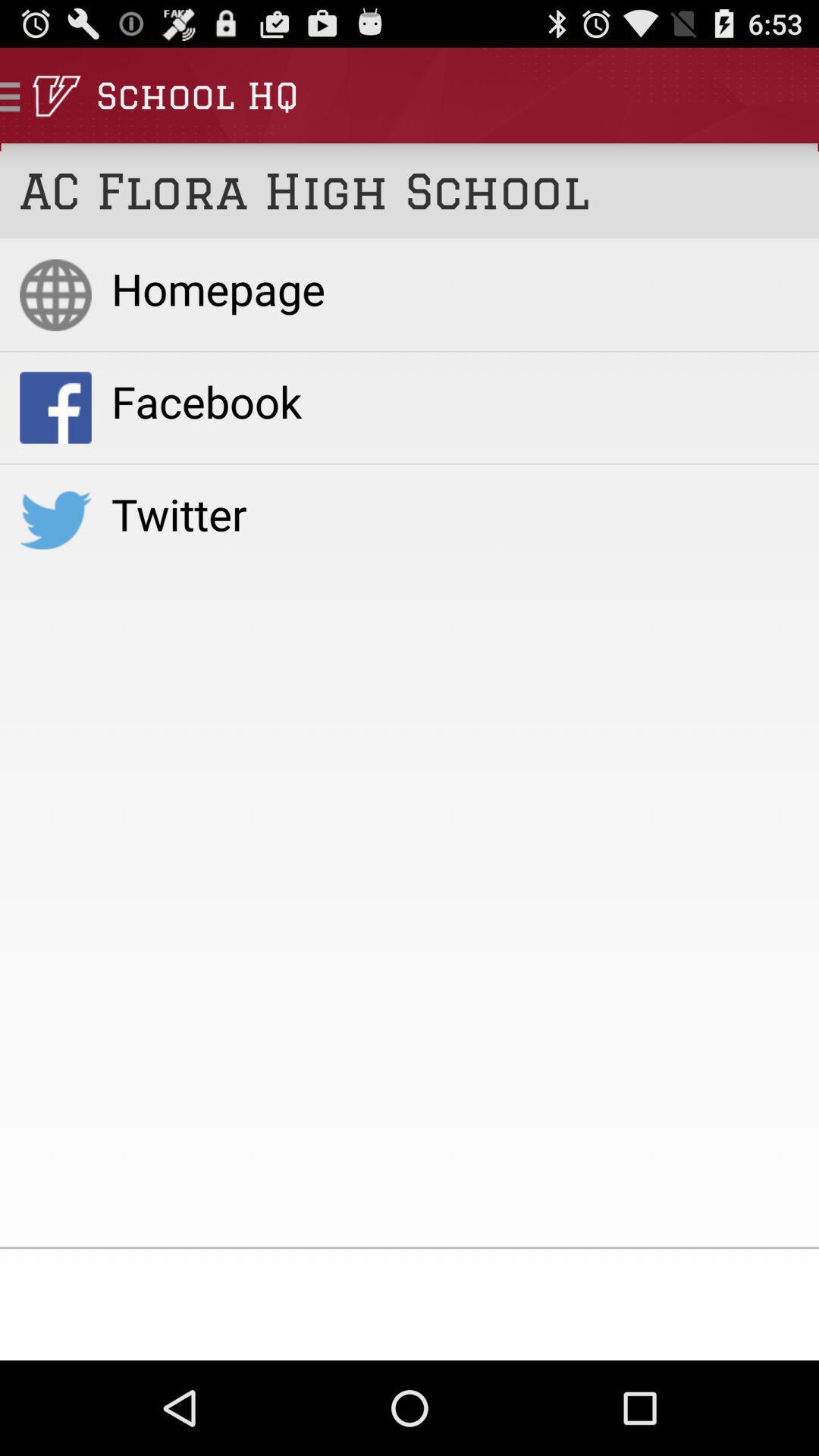 The height and width of the screenshot is (1456, 819). What do you see at coordinates (454, 513) in the screenshot?
I see `the app at the center` at bounding box center [454, 513].